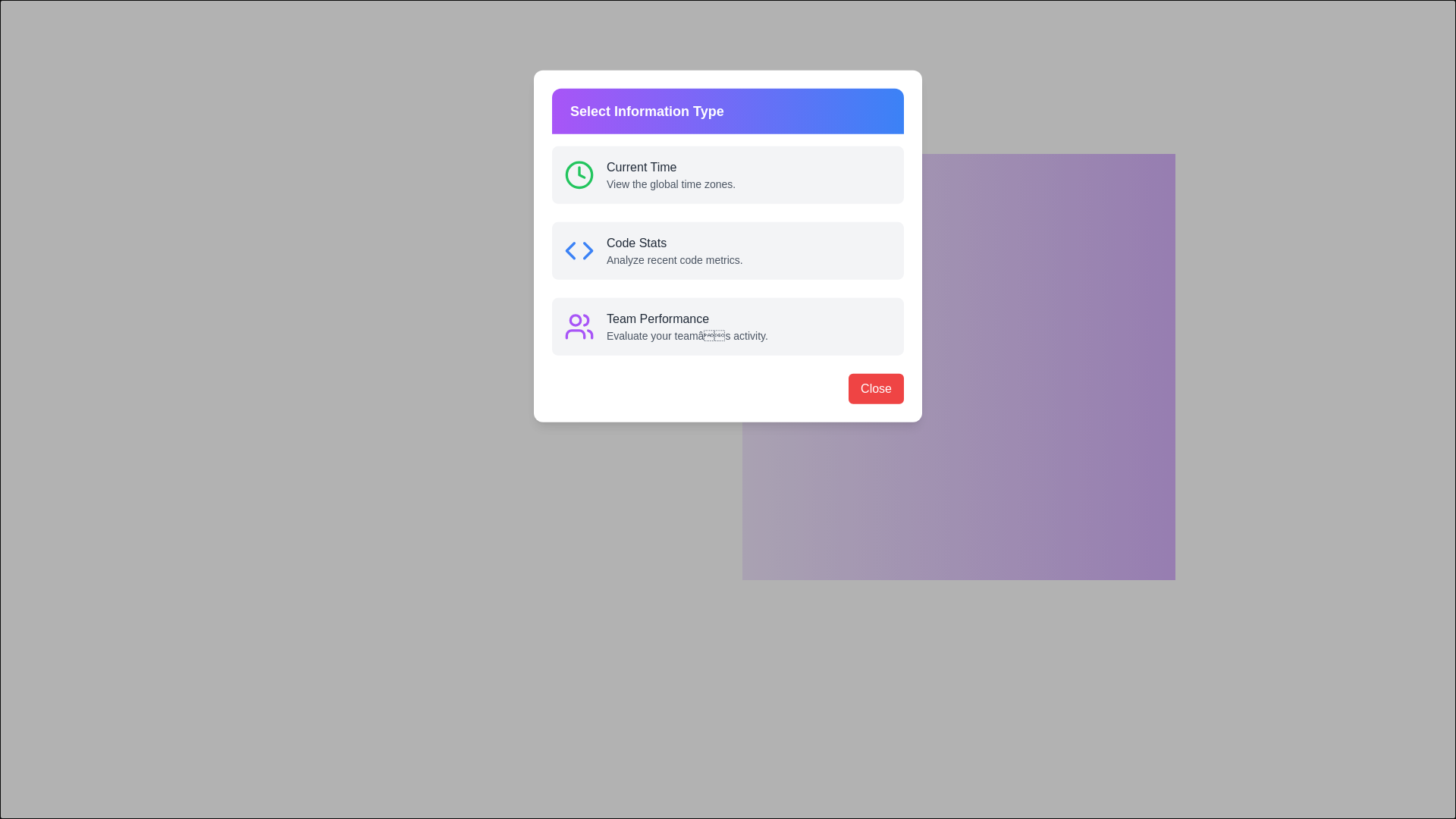  What do you see at coordinates (758, 341) in the screenshot?
I see `the icon of Team Performance information type` at bounding box center [758, 341].